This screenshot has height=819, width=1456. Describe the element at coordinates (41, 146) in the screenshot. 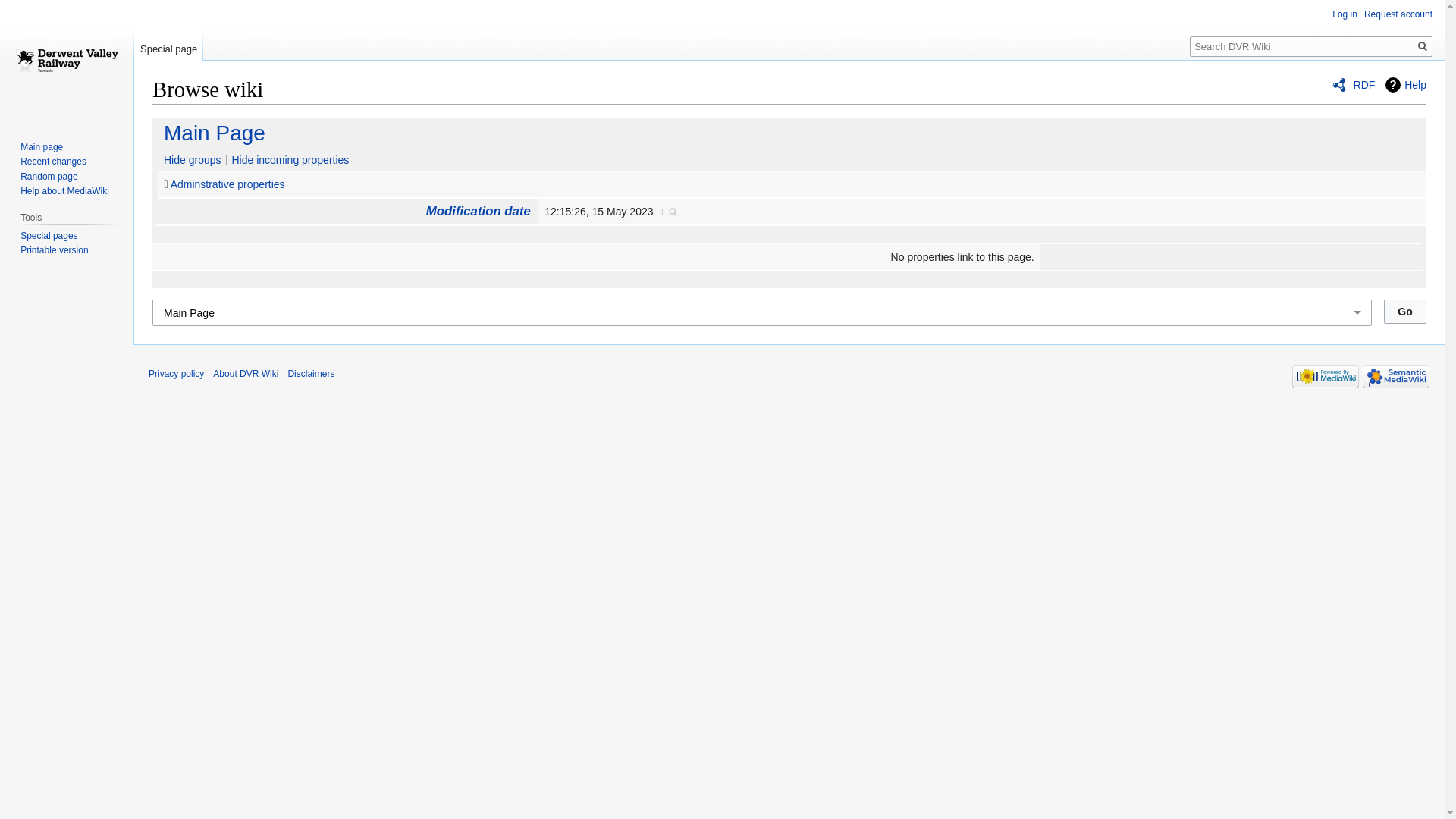

I see `'Main page'` at that location.